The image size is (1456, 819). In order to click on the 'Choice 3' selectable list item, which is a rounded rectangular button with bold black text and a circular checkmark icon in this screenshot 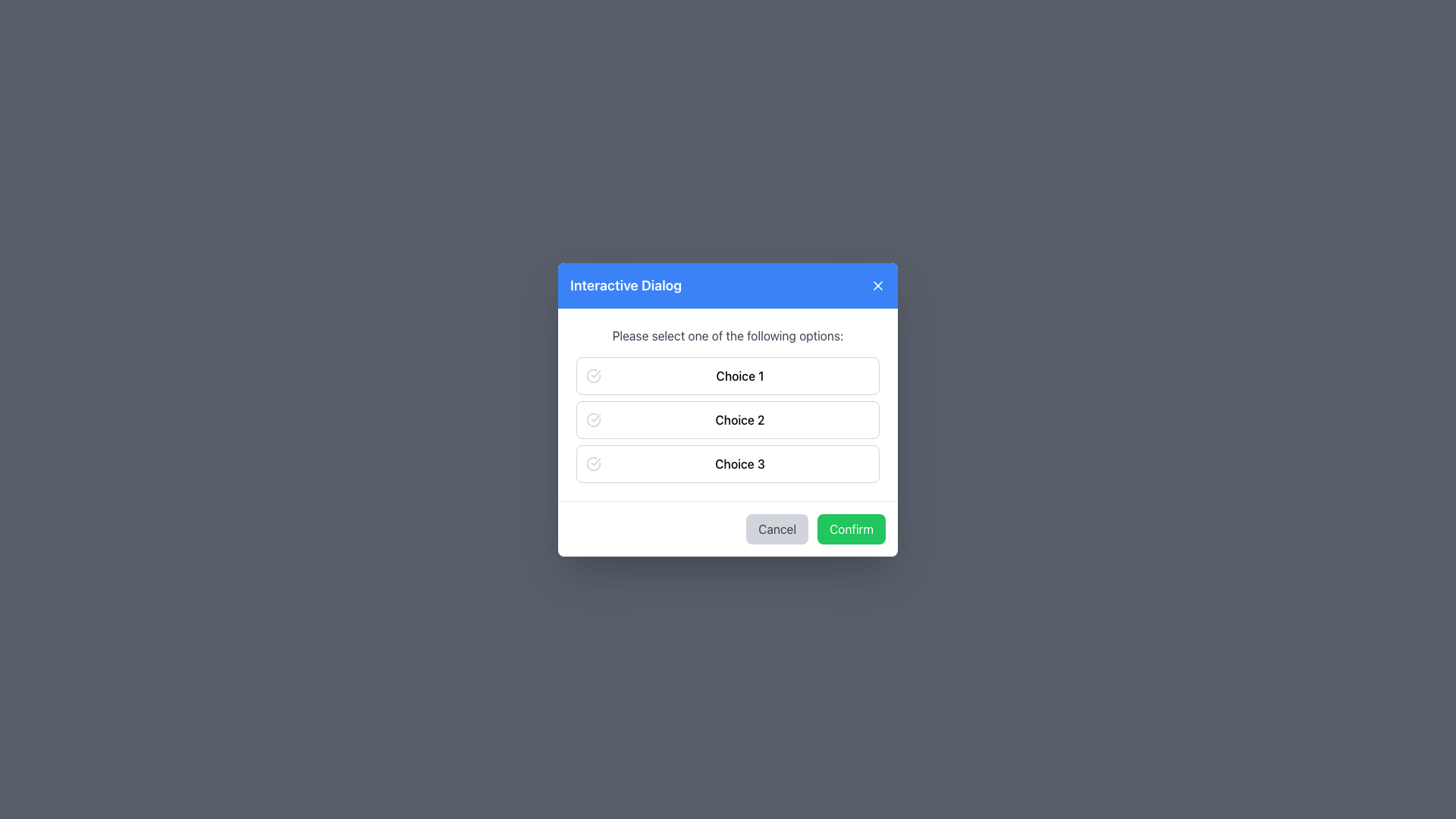, I will do `click(728, 462)`.